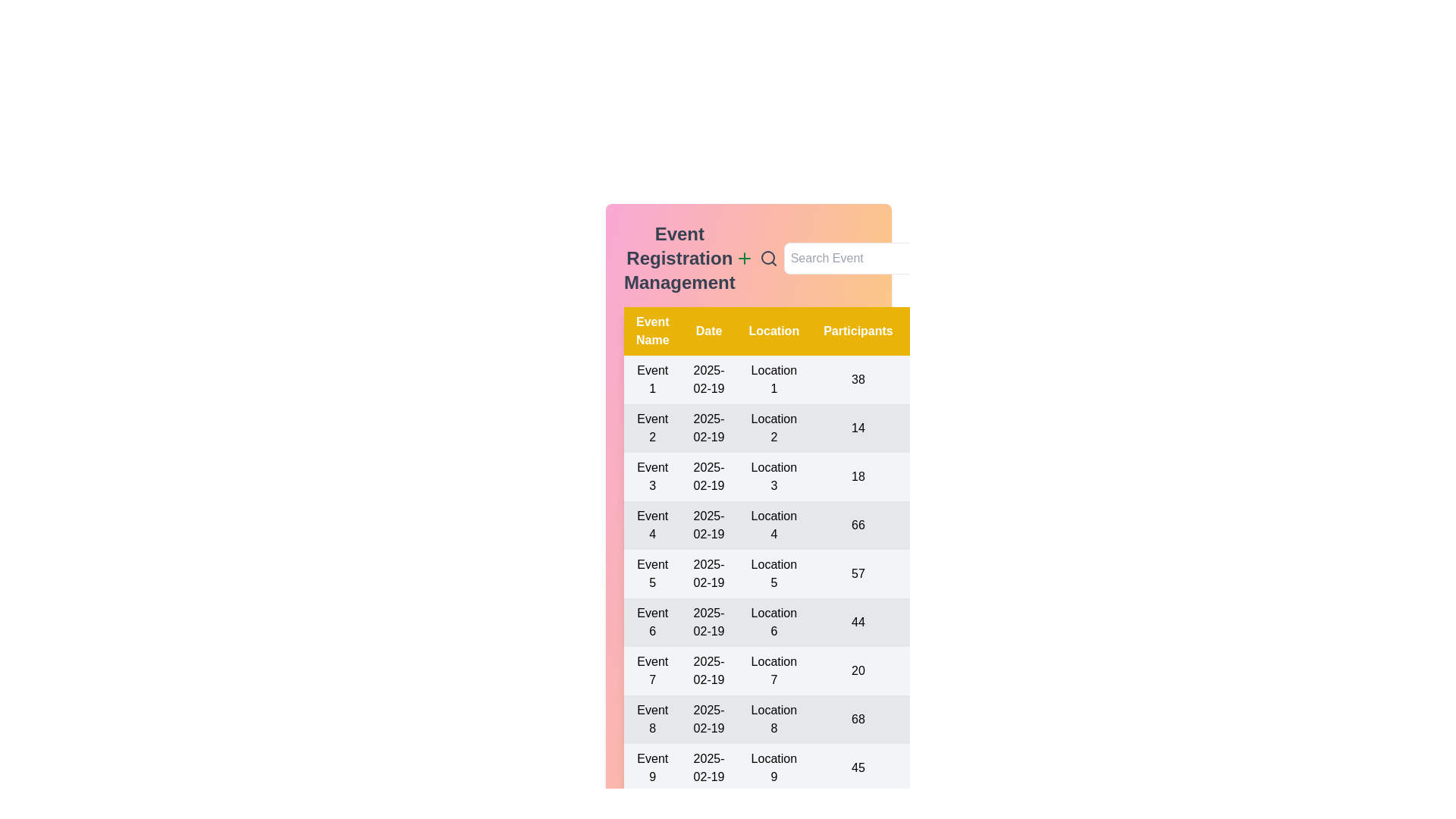 The height and width of the screenshot is (819, 1456). What do you see at coordinates (652, 330) in the screenshot?
I see `the header of the column 'Event Name' to sort the table by that column` at bounding box center [652, 330].